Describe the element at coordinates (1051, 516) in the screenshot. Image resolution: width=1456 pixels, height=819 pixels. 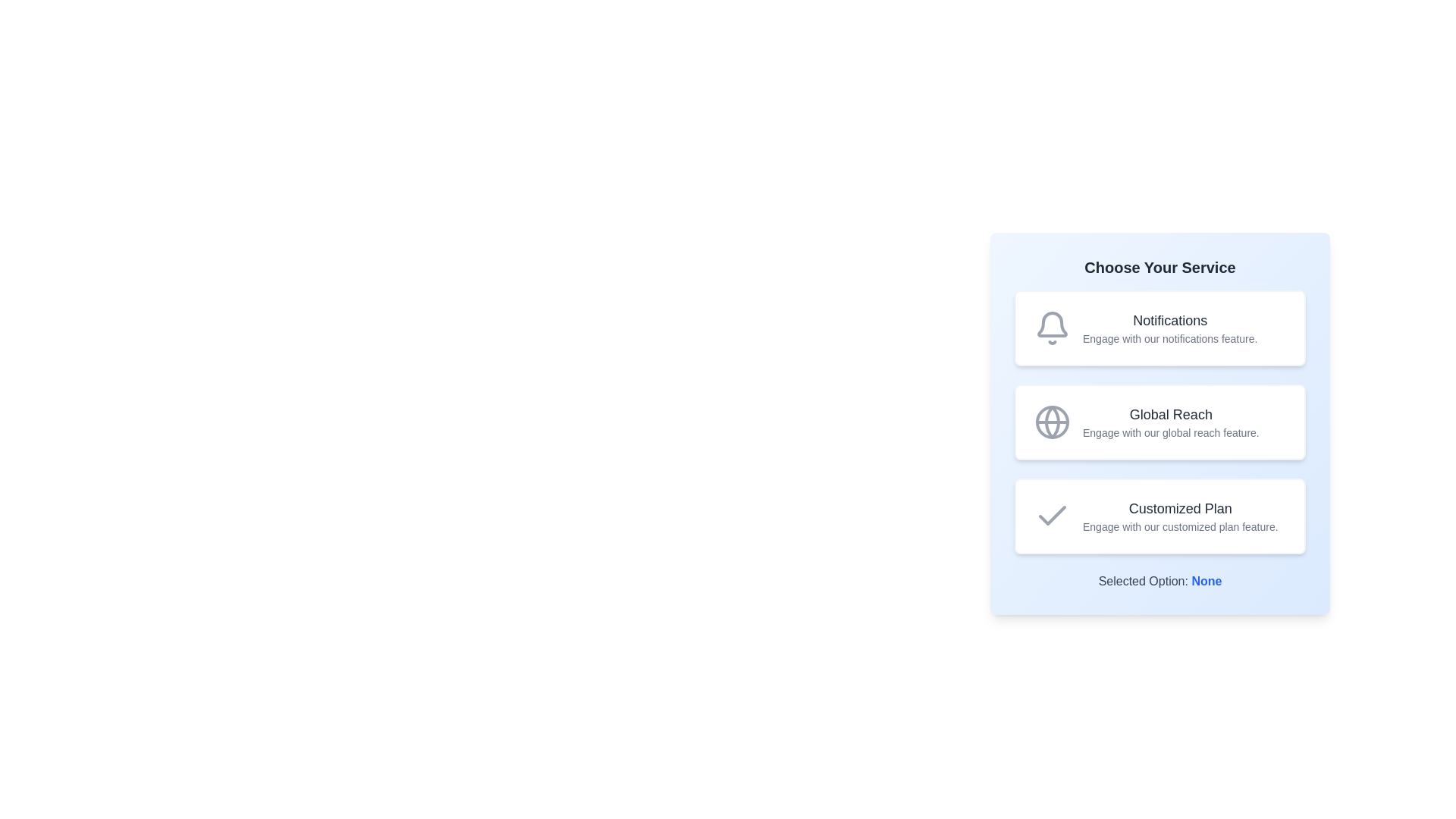
I see `the icon indicating the selection state of the 'Customized Plan' option, located on the left side within the 'Customized Plan' card` at that location.